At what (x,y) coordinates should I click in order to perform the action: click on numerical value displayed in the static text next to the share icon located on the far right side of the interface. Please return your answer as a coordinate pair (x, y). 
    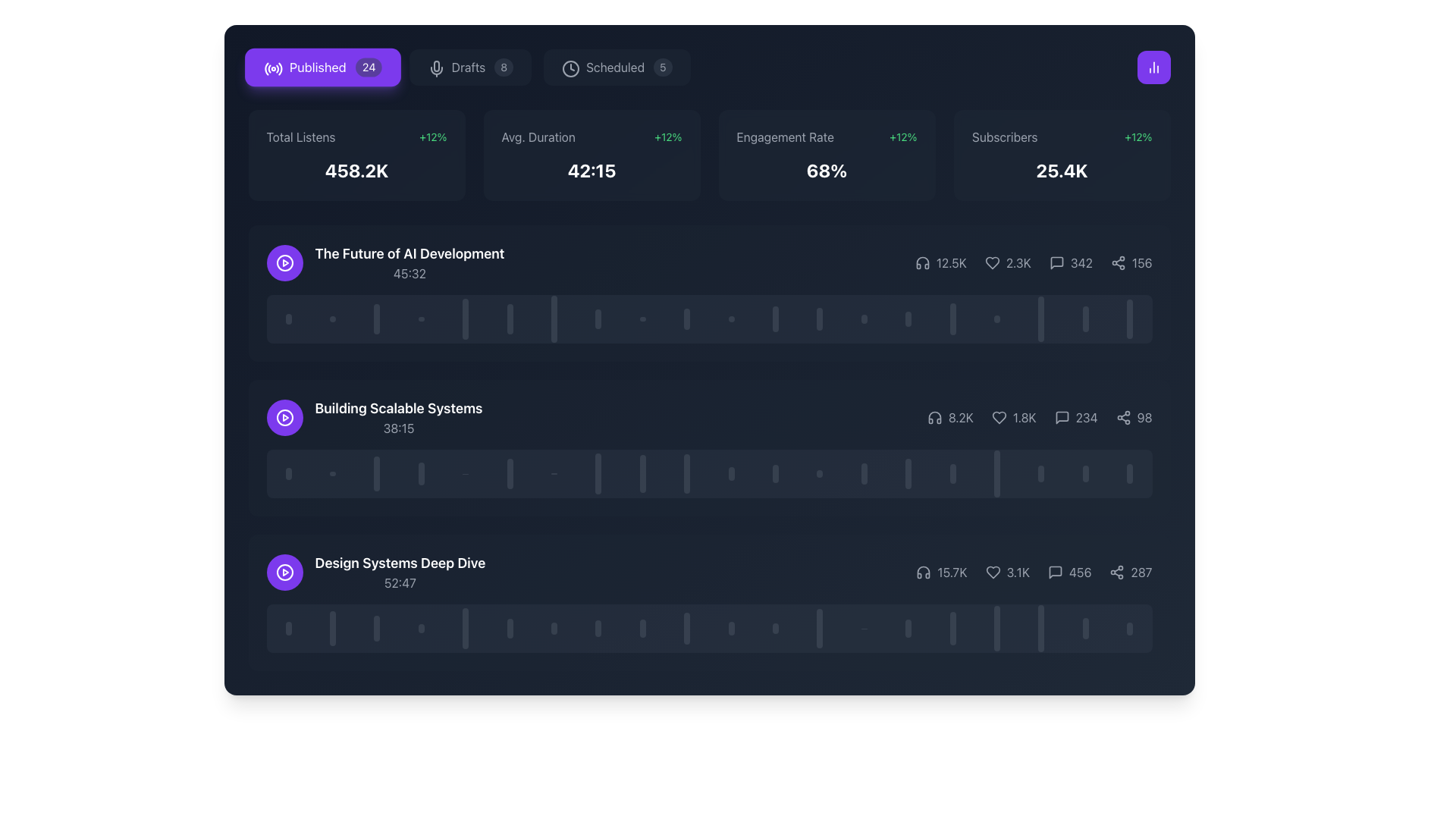
    Looking at the image, I should click on (1141, 573).